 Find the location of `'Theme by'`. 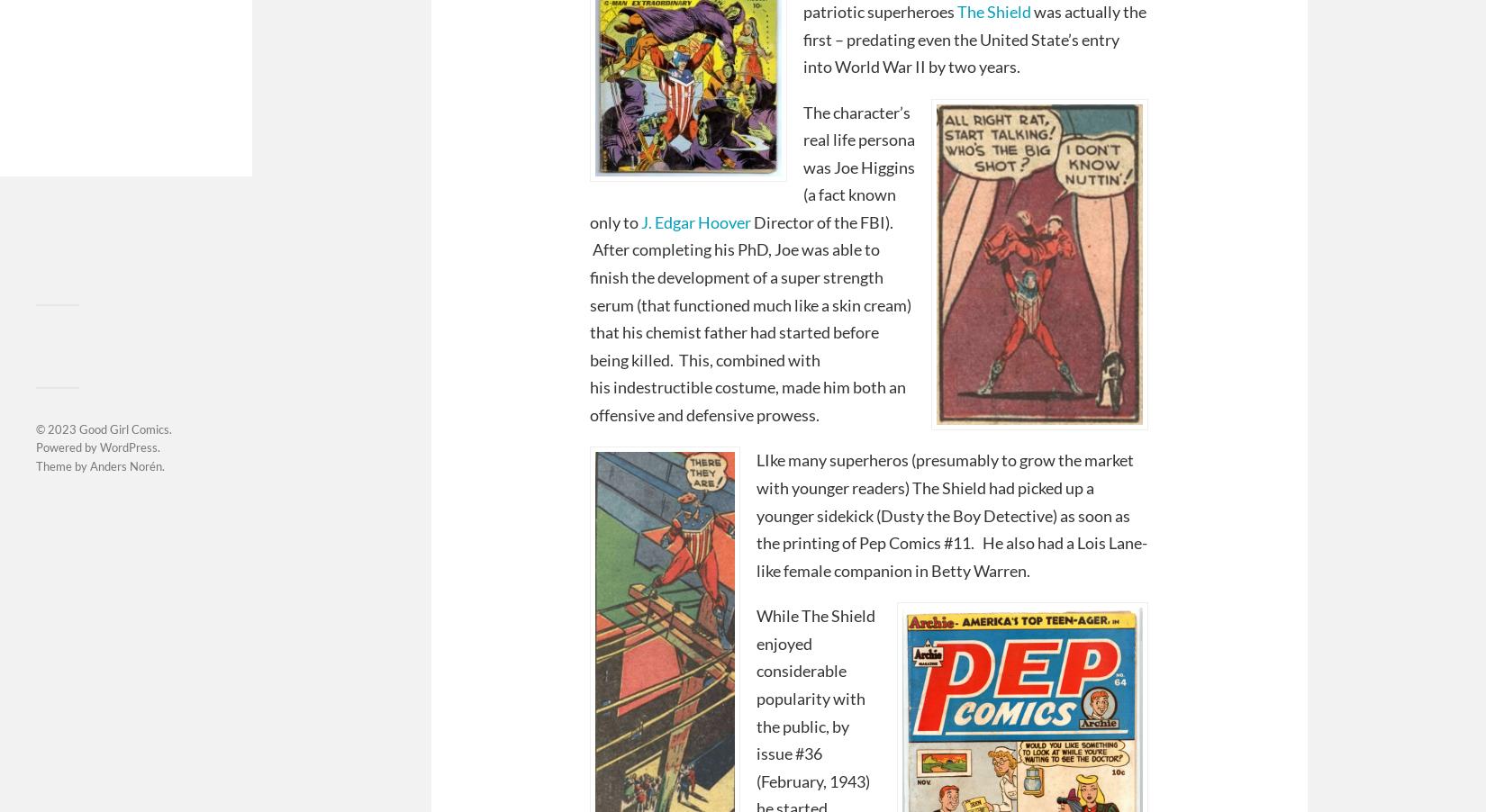

'Theme by' is located at coordinates (62, 465).